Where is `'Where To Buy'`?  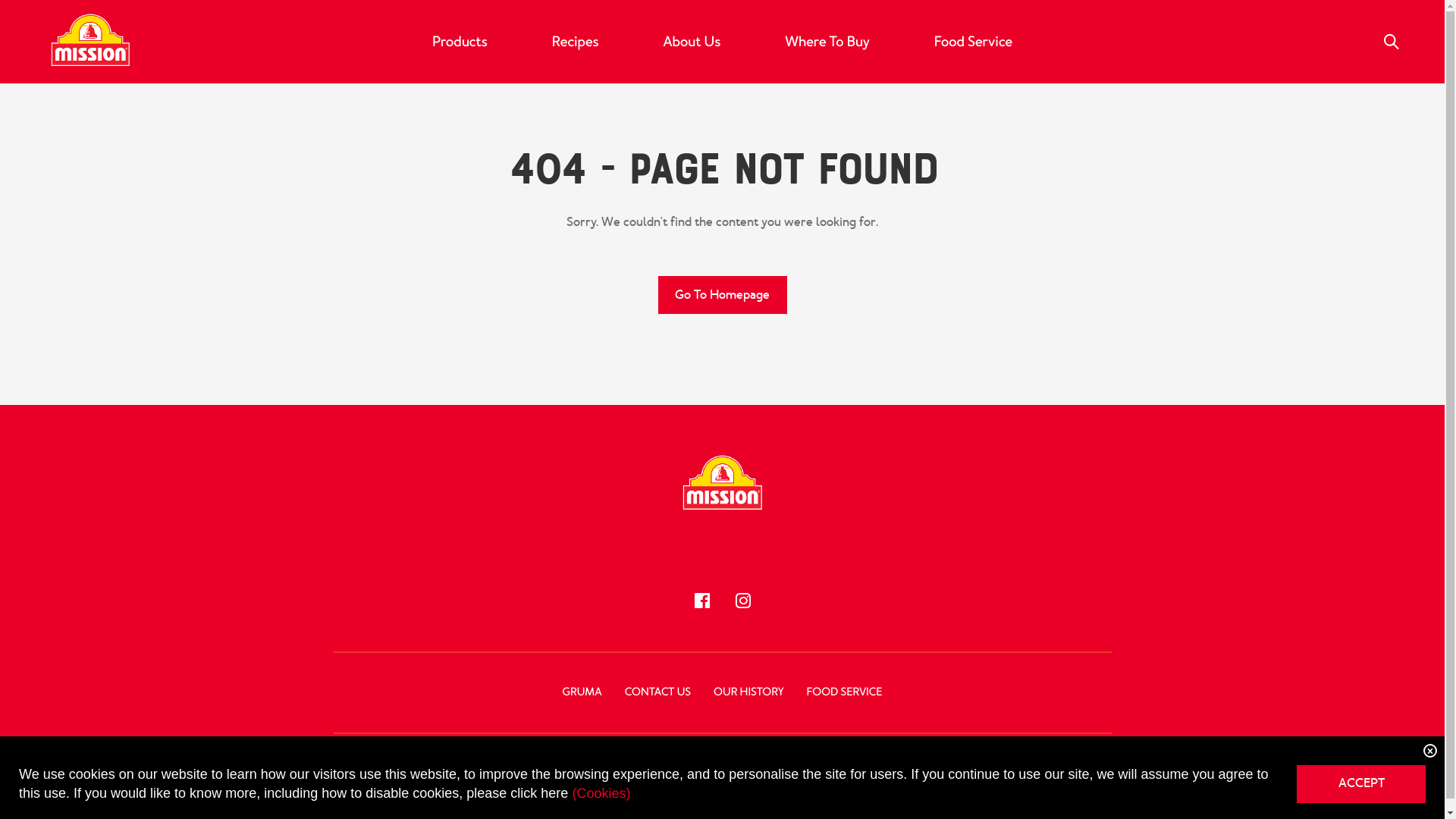
'Where To Buy' is located at coordinates (826, 40).